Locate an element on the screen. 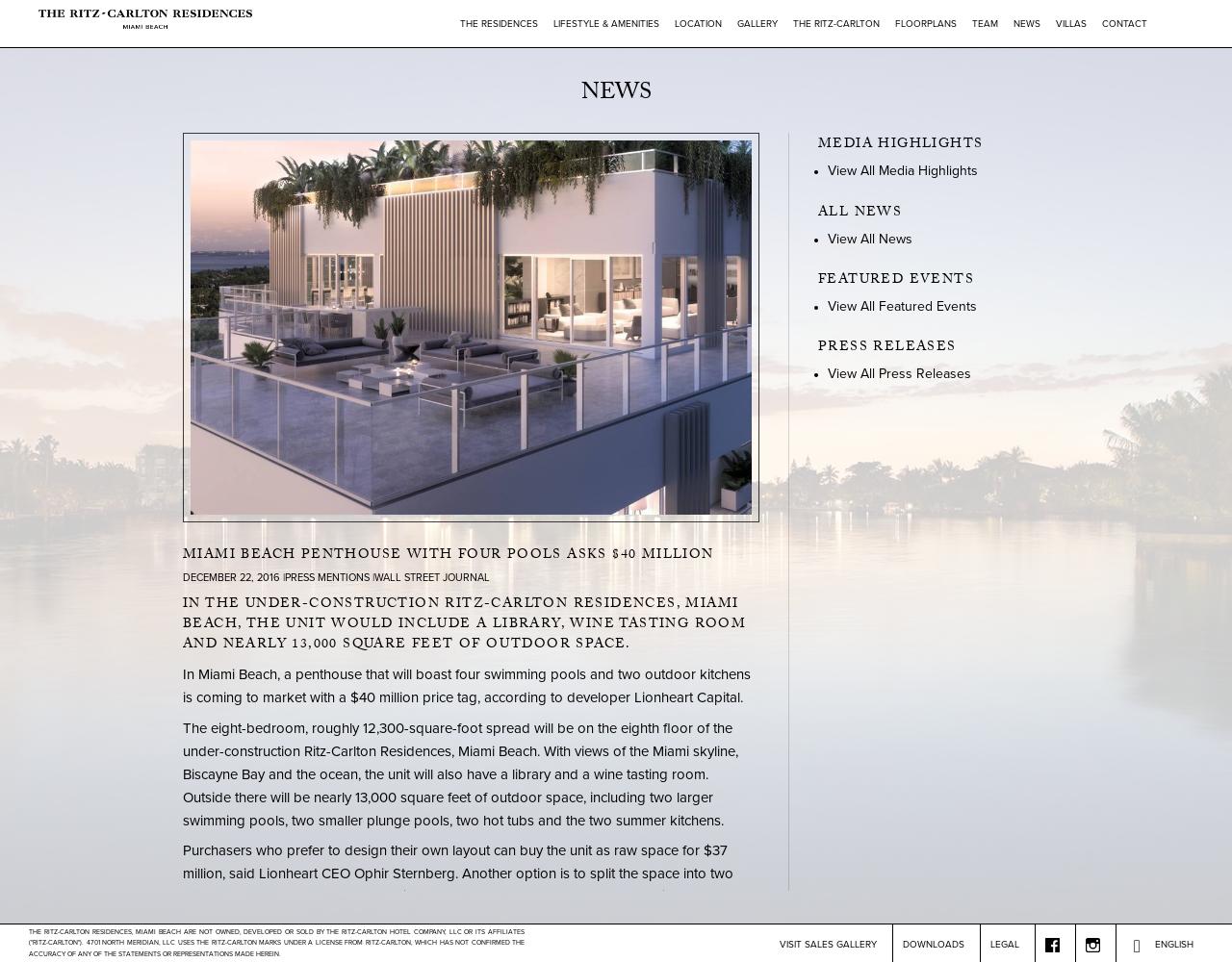  'Contact' is located at coordinates (1124, 24).